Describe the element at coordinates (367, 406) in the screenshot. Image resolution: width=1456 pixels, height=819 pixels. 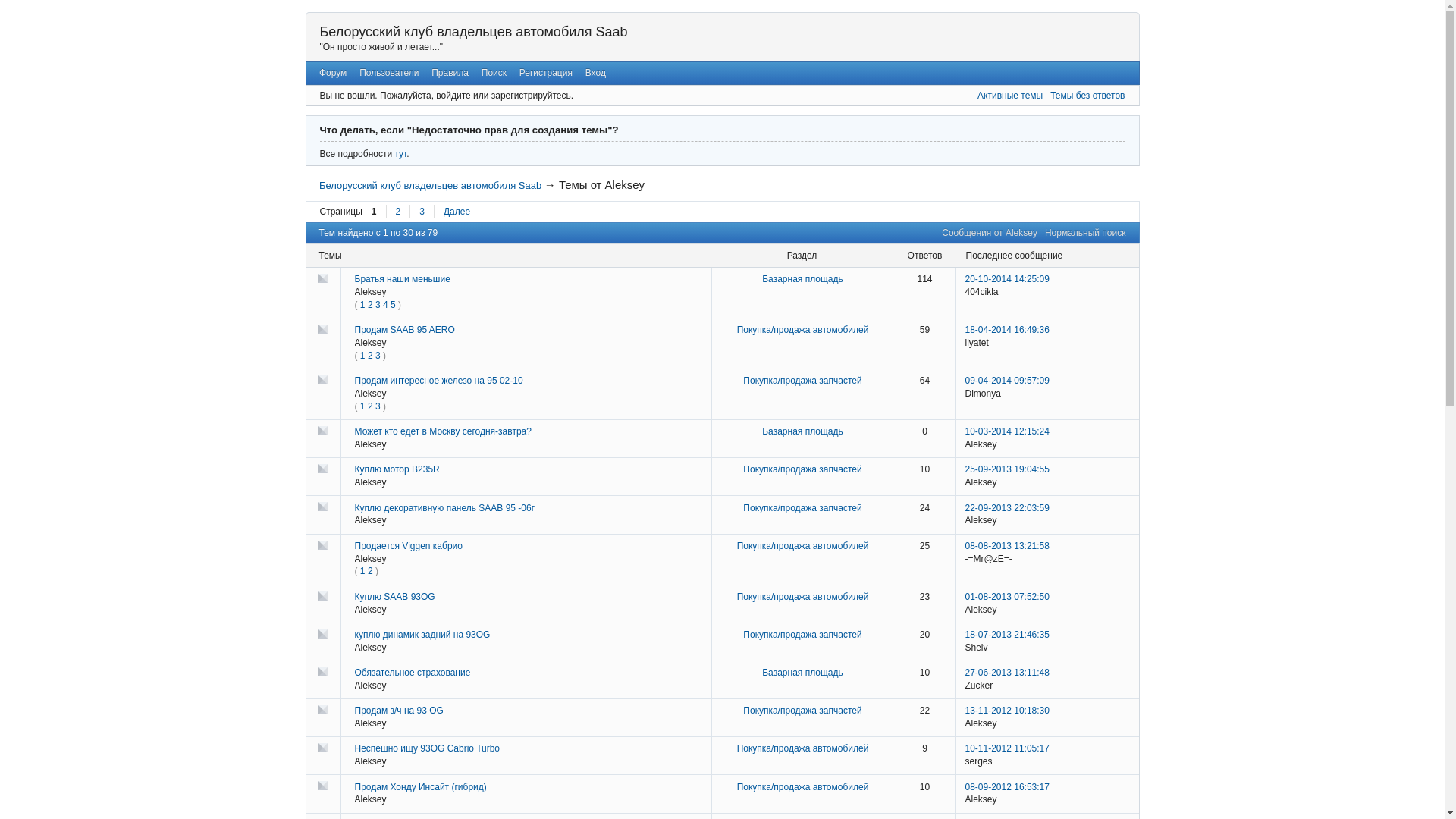
I see `'2'` at that location.